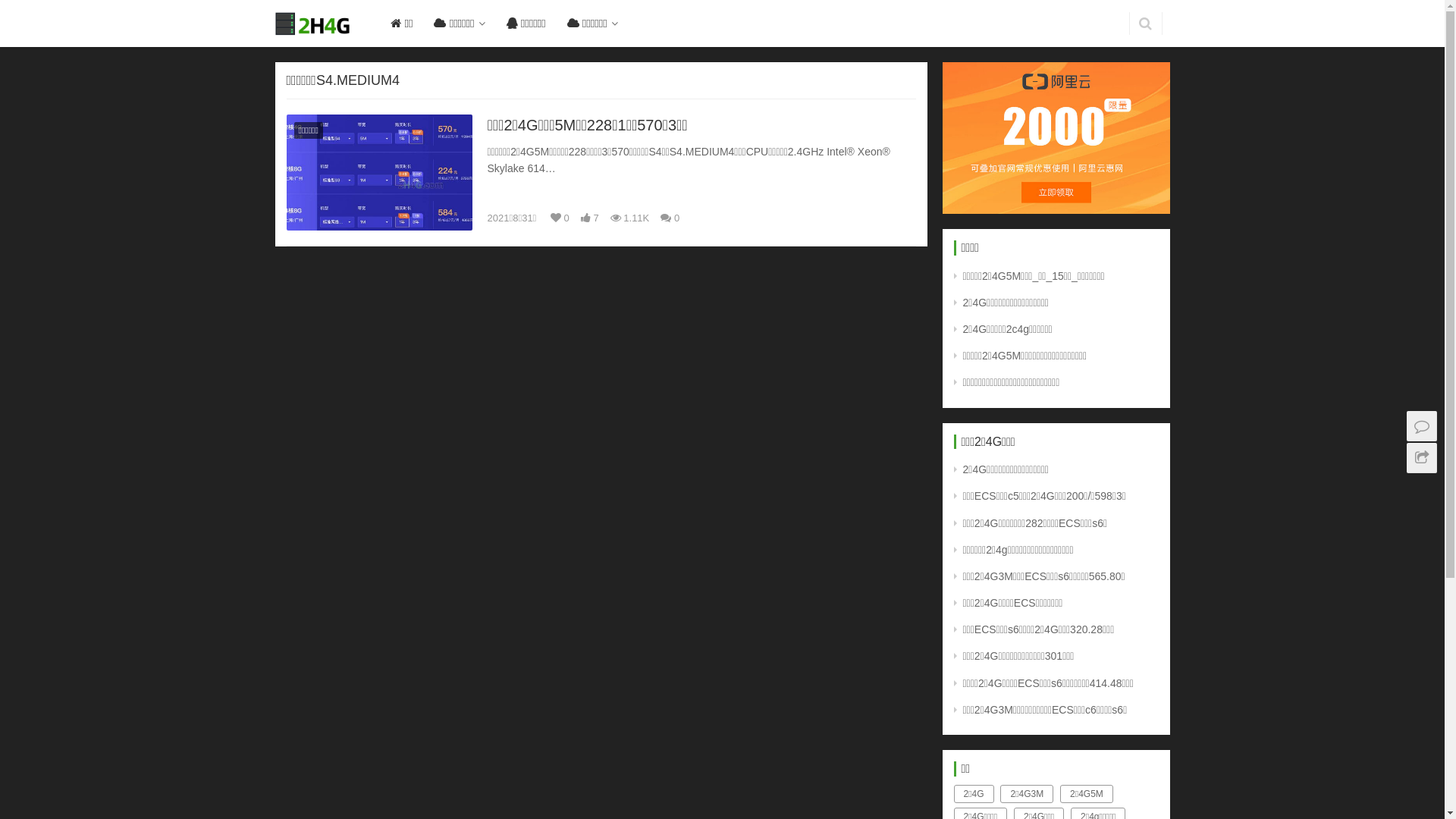 This screenshot has width=1456, height=819. Describe the element at coordinates (669, 218) in the screenshot. I see `'0'` at that location.